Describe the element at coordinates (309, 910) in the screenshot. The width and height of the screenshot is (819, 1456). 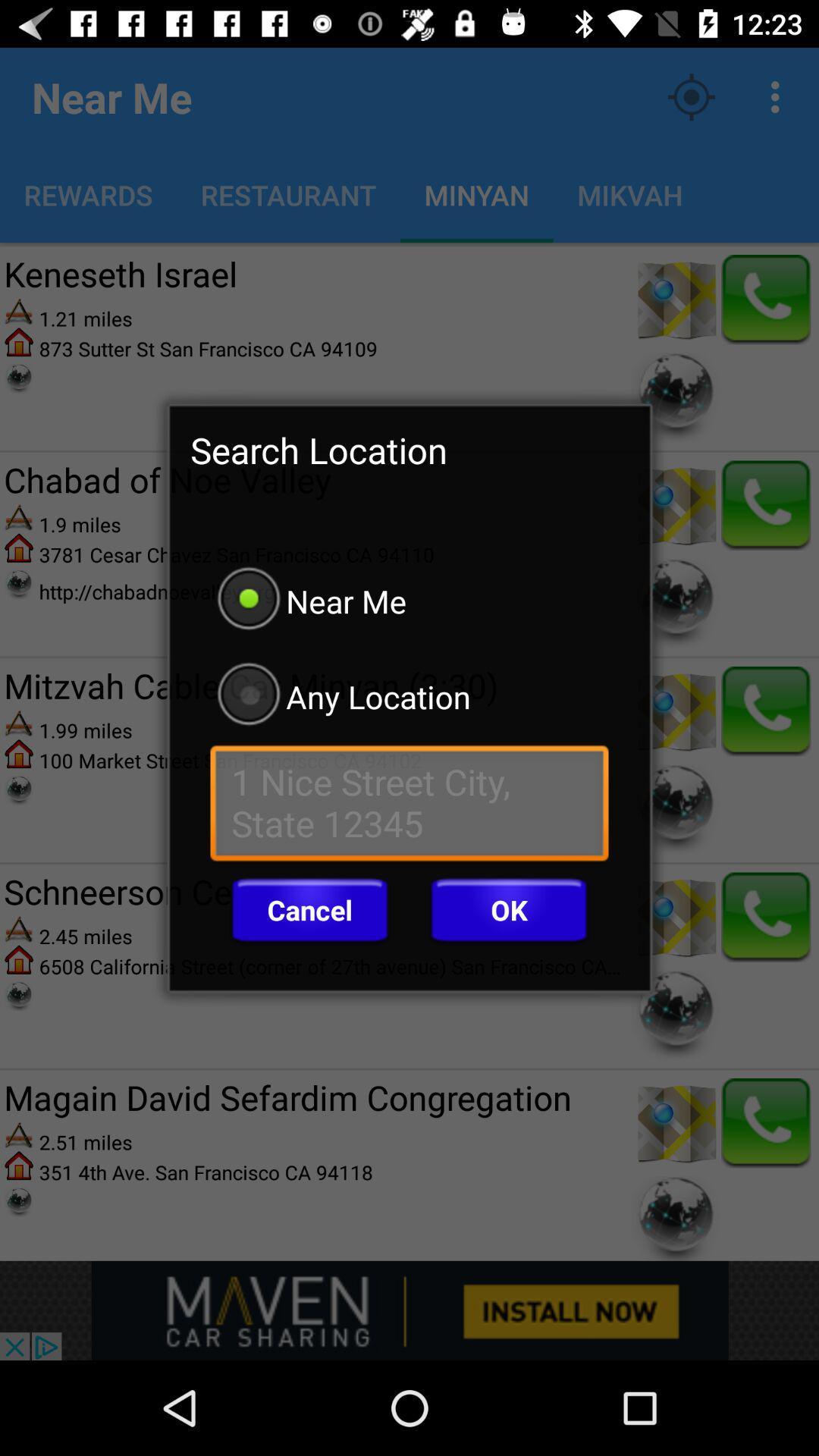
I see `the icon next to ok` at that location.